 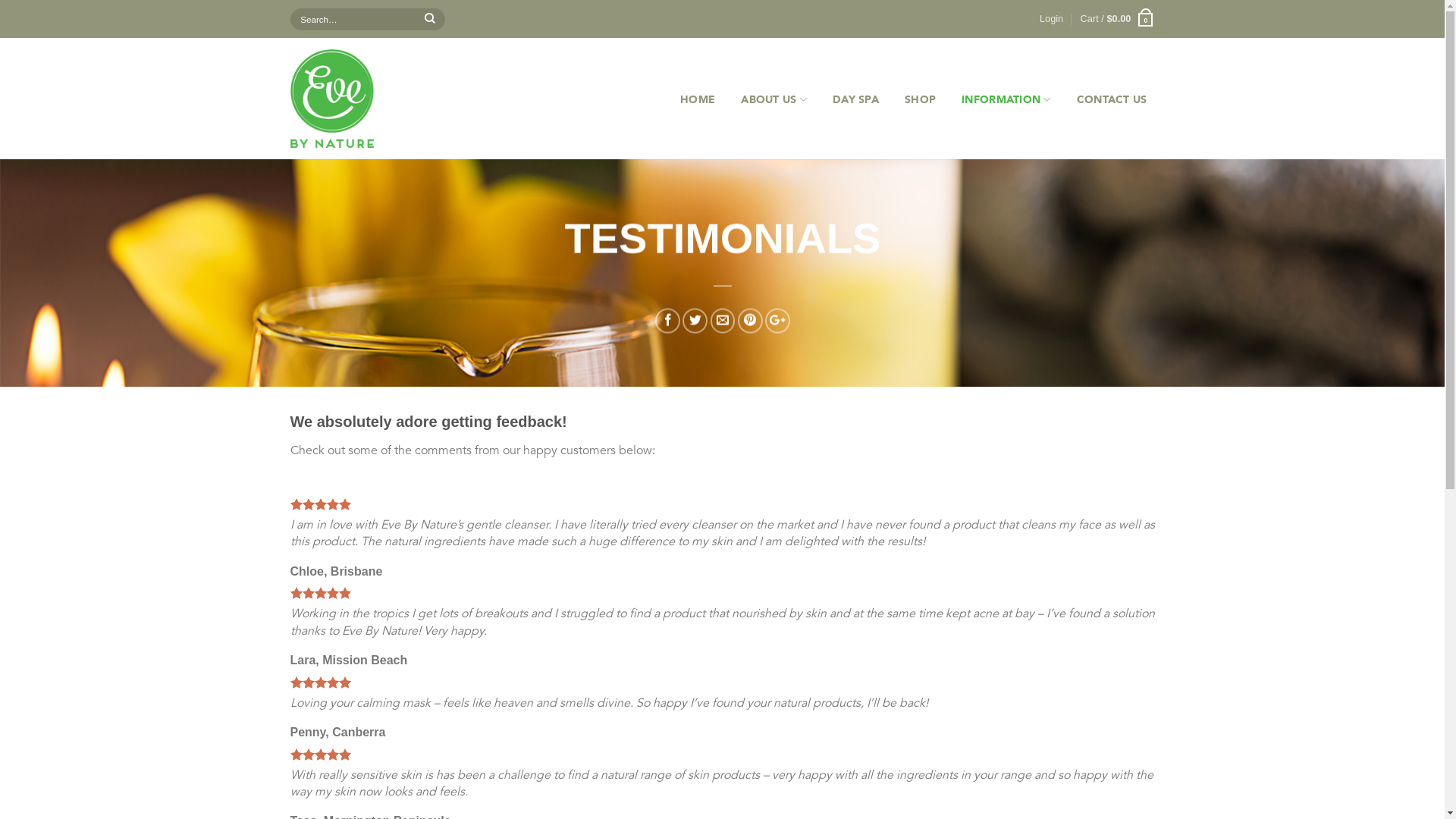 What do you see at coordinates (1050, 18) in the screenshot?
I see `'Login'` at bounding box center [1050, 18].